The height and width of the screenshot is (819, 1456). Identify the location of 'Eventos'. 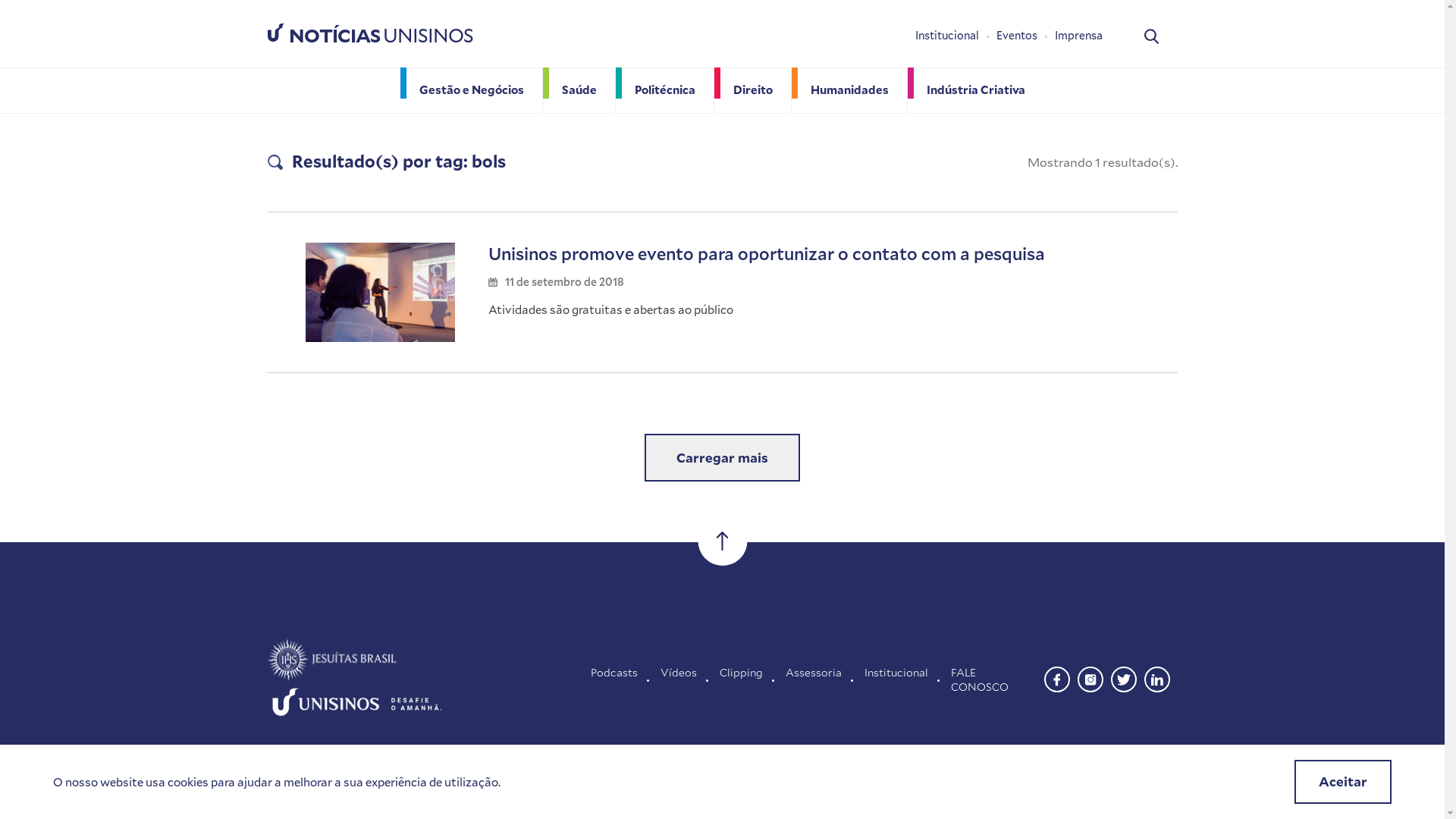
(1025, 34).